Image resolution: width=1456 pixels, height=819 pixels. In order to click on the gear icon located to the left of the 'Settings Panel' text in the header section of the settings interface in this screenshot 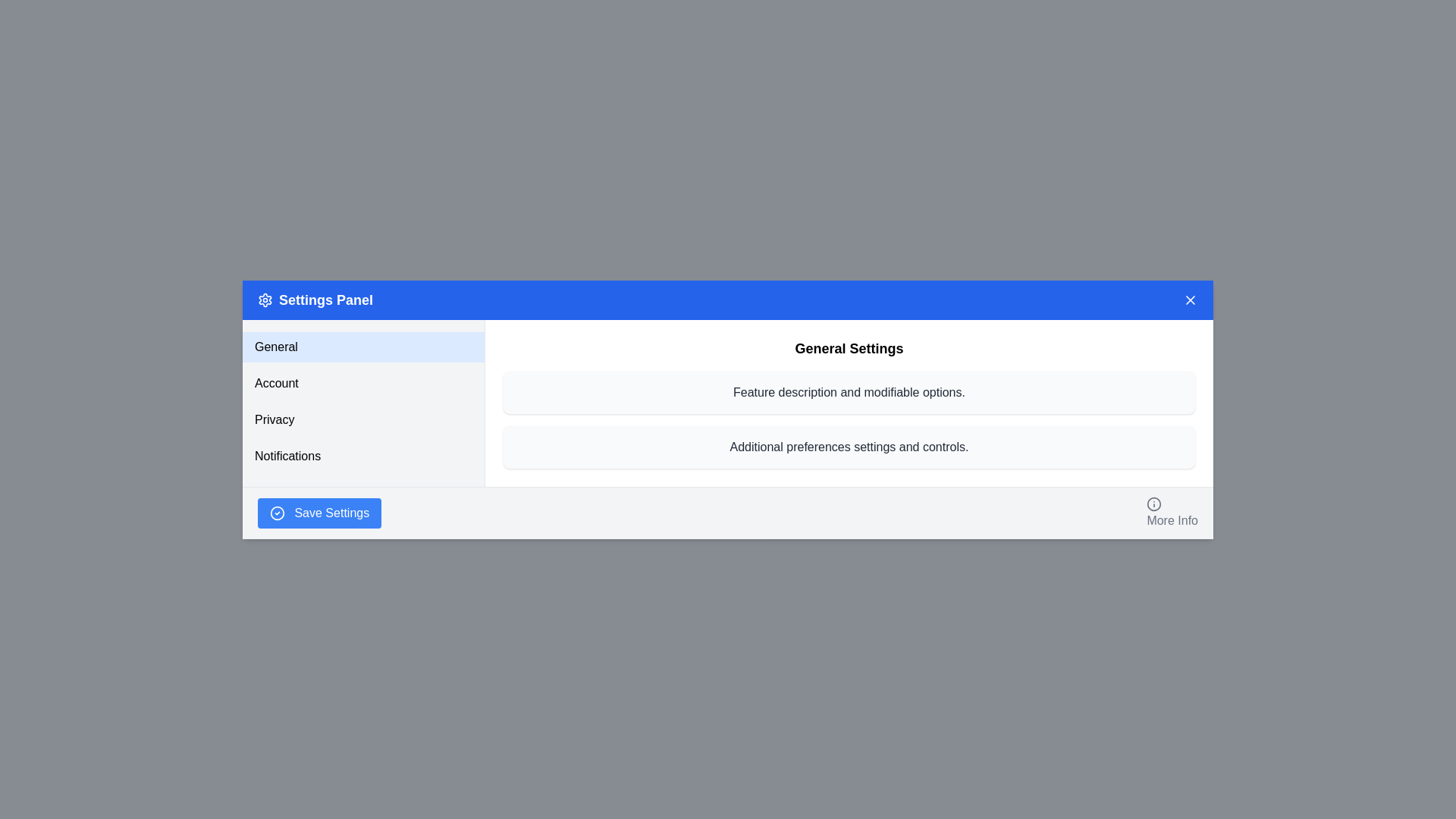, I will do `click(265, 299)`.